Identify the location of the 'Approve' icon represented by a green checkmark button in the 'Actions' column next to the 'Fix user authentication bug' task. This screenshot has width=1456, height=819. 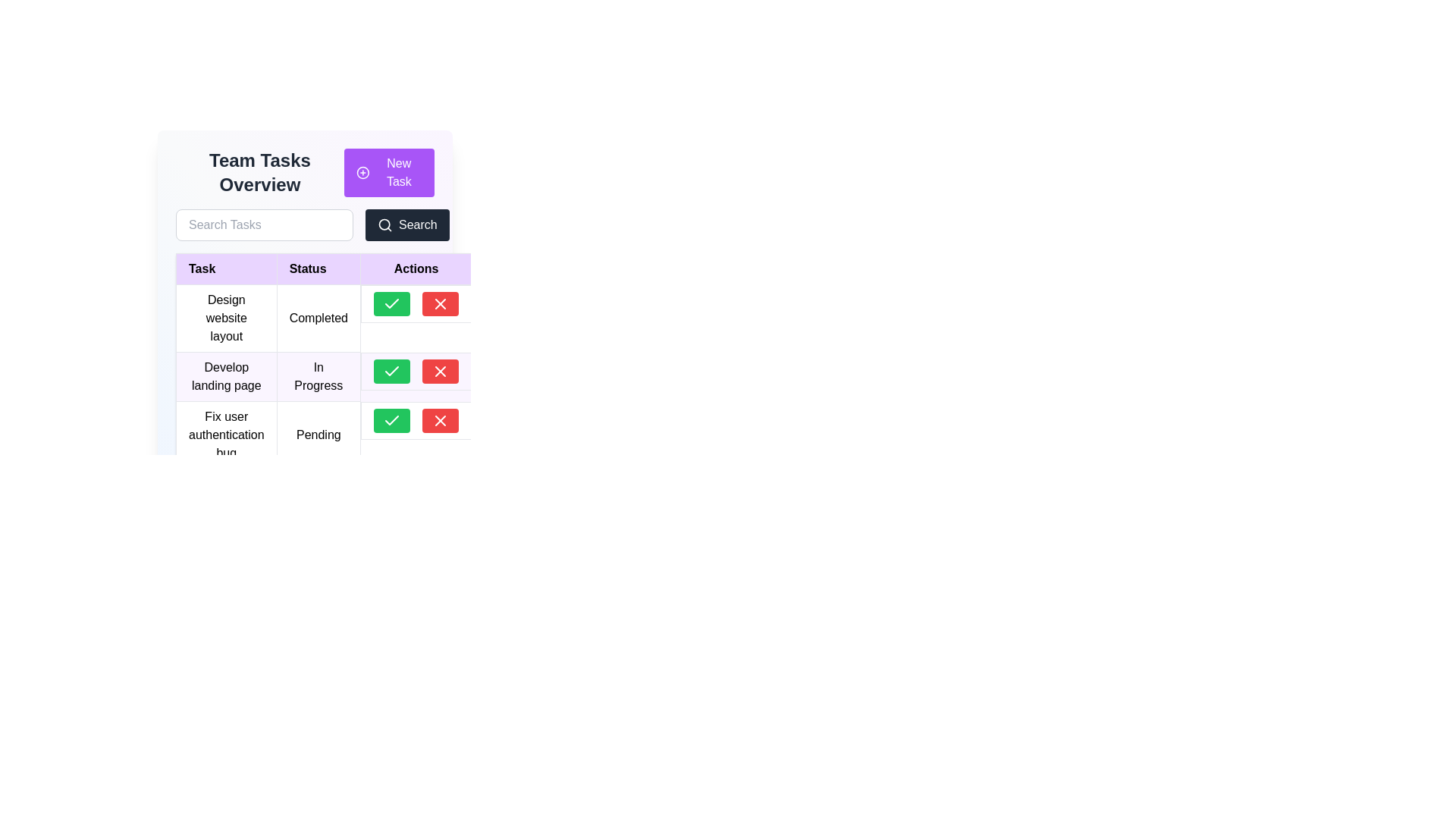
(392, 420).